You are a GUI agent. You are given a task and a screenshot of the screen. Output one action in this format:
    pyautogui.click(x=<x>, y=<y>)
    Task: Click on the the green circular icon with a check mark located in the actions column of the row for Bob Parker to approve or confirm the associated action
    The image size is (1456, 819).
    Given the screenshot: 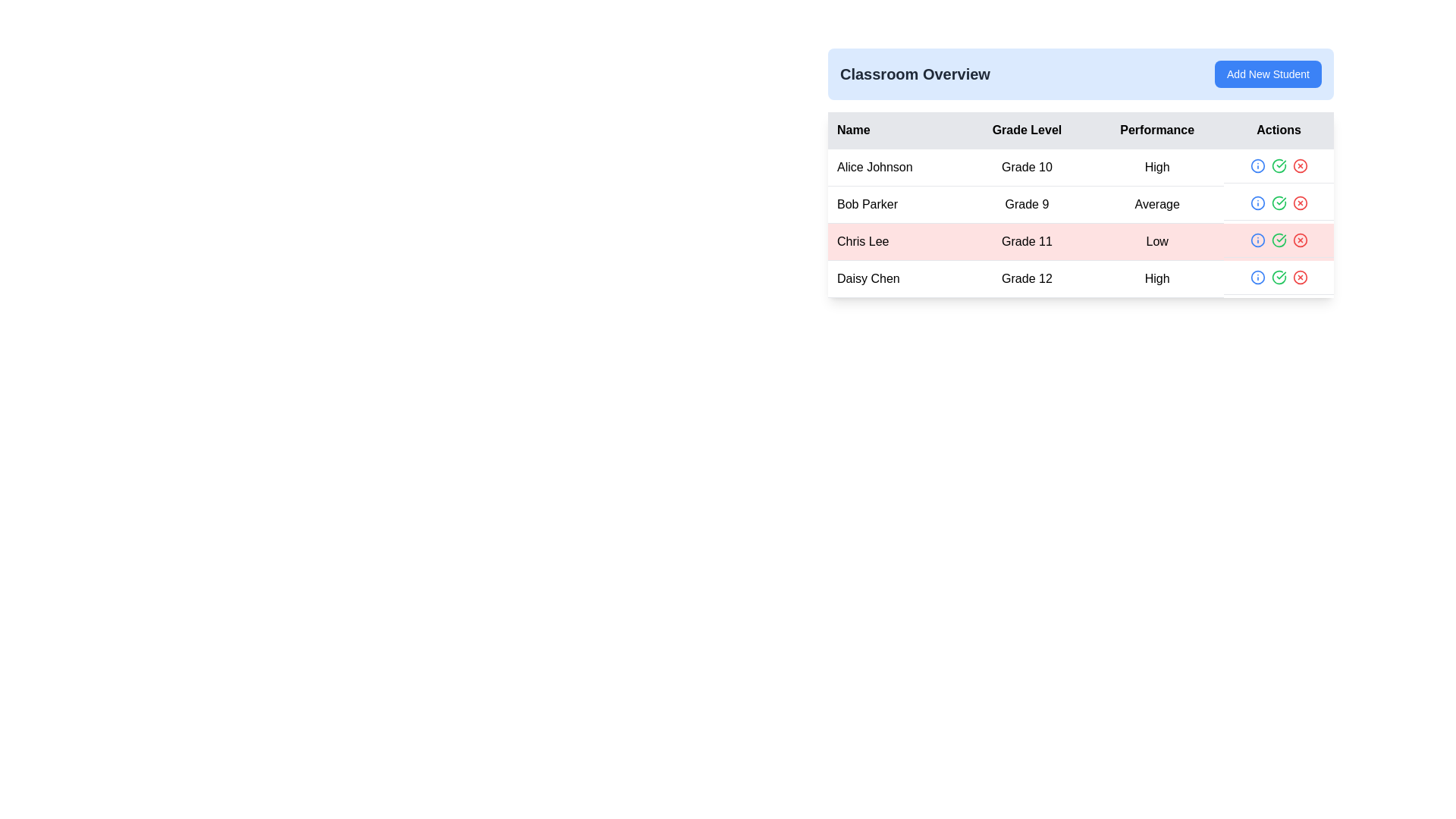 What is the action you would take?
    pyautogui.click(x=1278, y=202)
    